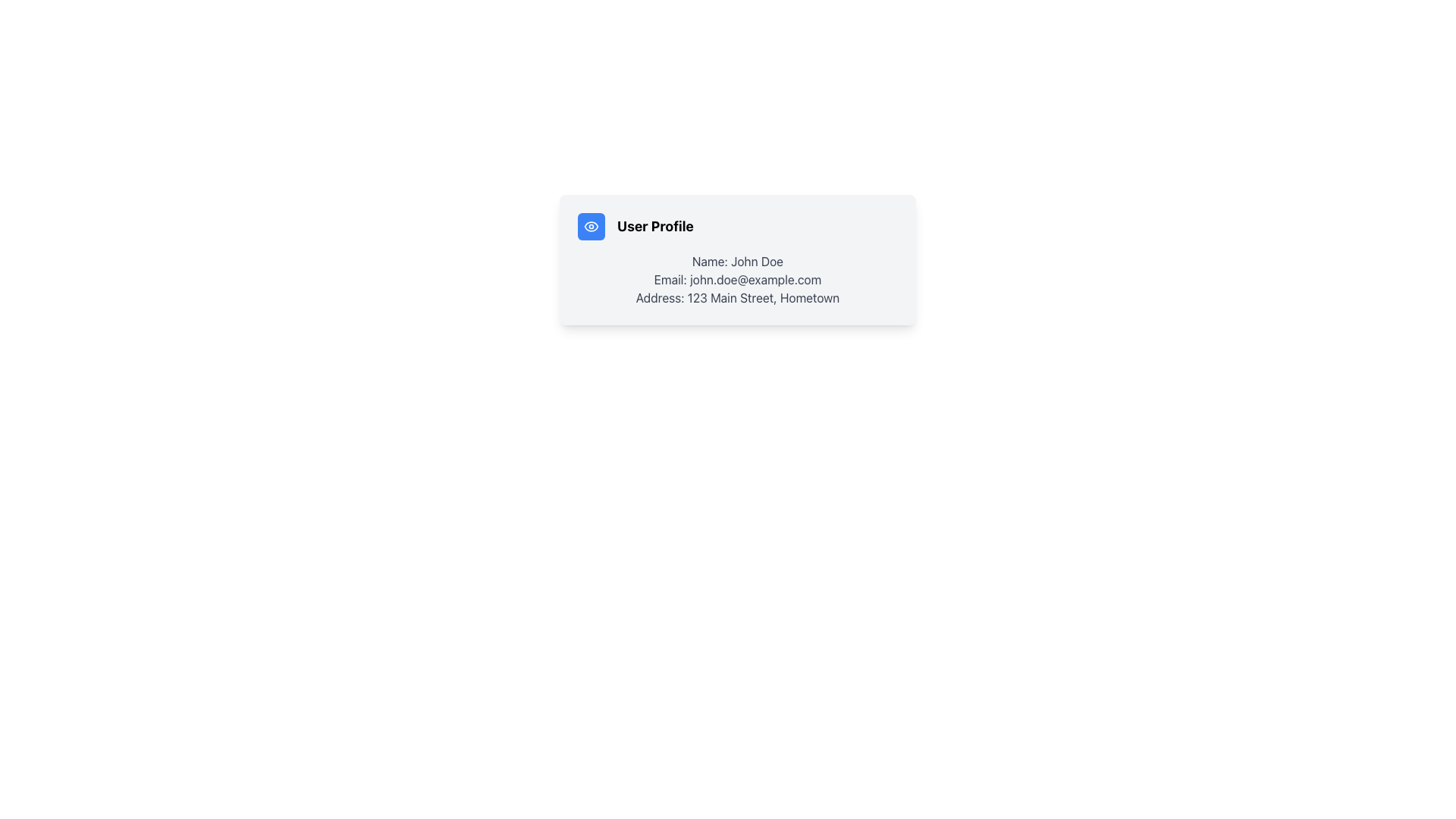 The height and width of the screenshot is (819, 1456). Describe the element at coordinates (738, 260) in the screenshot. I see `the static text block displaying 'Name: John Doe', which is the first text item in the profile information display area` at that location.